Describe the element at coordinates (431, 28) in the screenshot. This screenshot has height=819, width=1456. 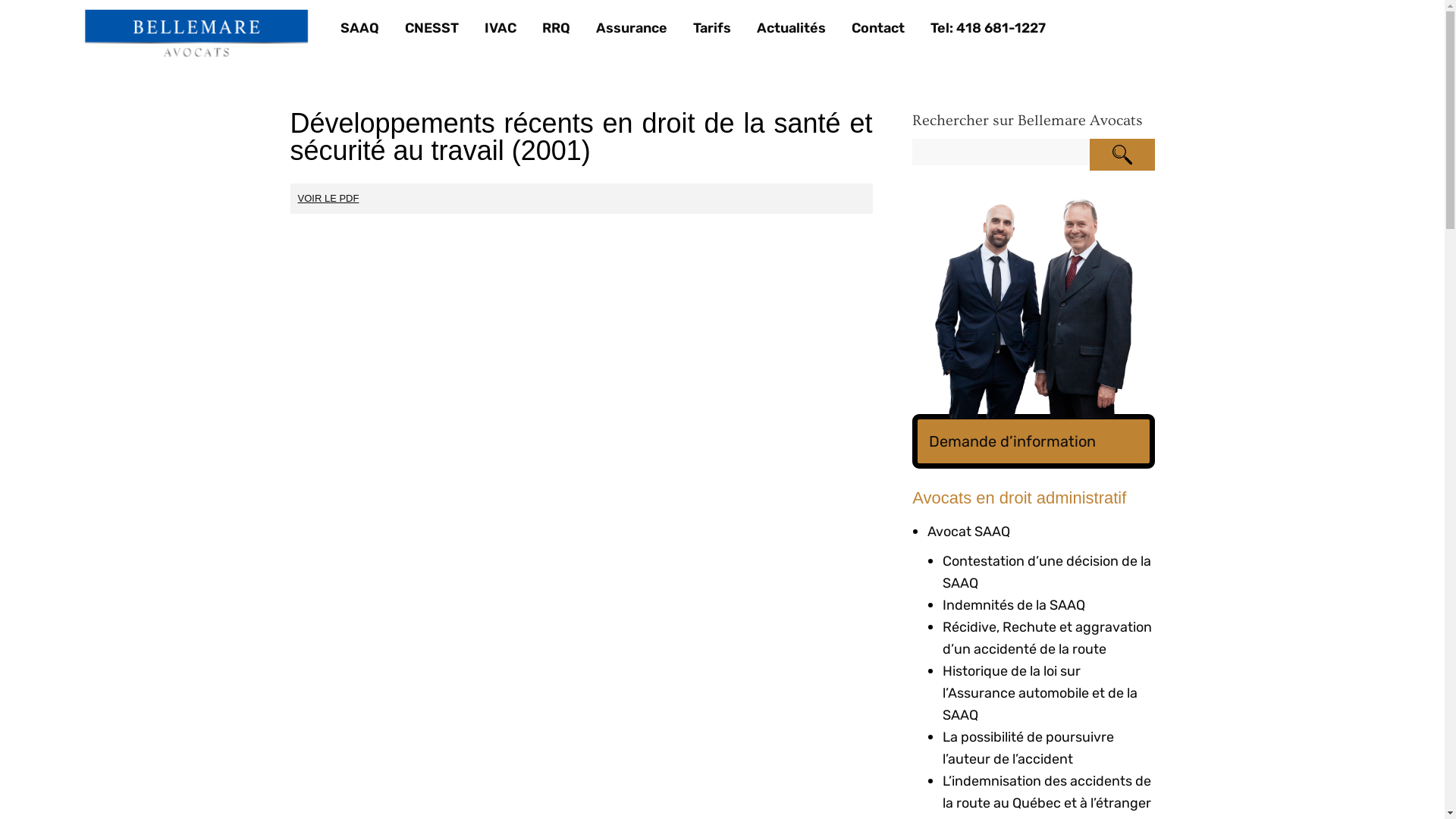
I see `'CNESST'` at that location.